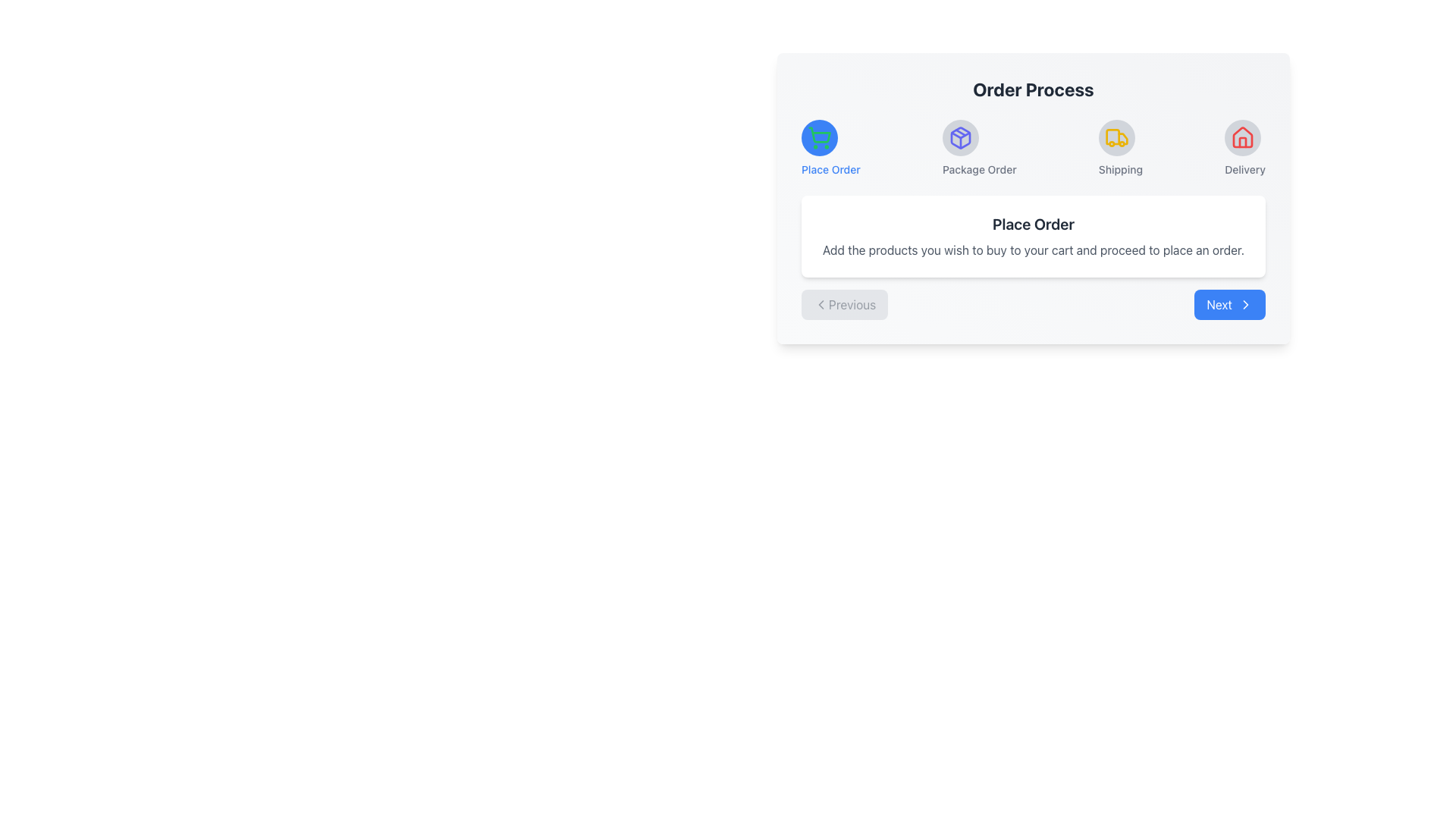  I want to click on the left-pointing chevron arrow icon located inside the 'Previous' button at the bottom left of the 'Order Process' panel, so click(821, 304).